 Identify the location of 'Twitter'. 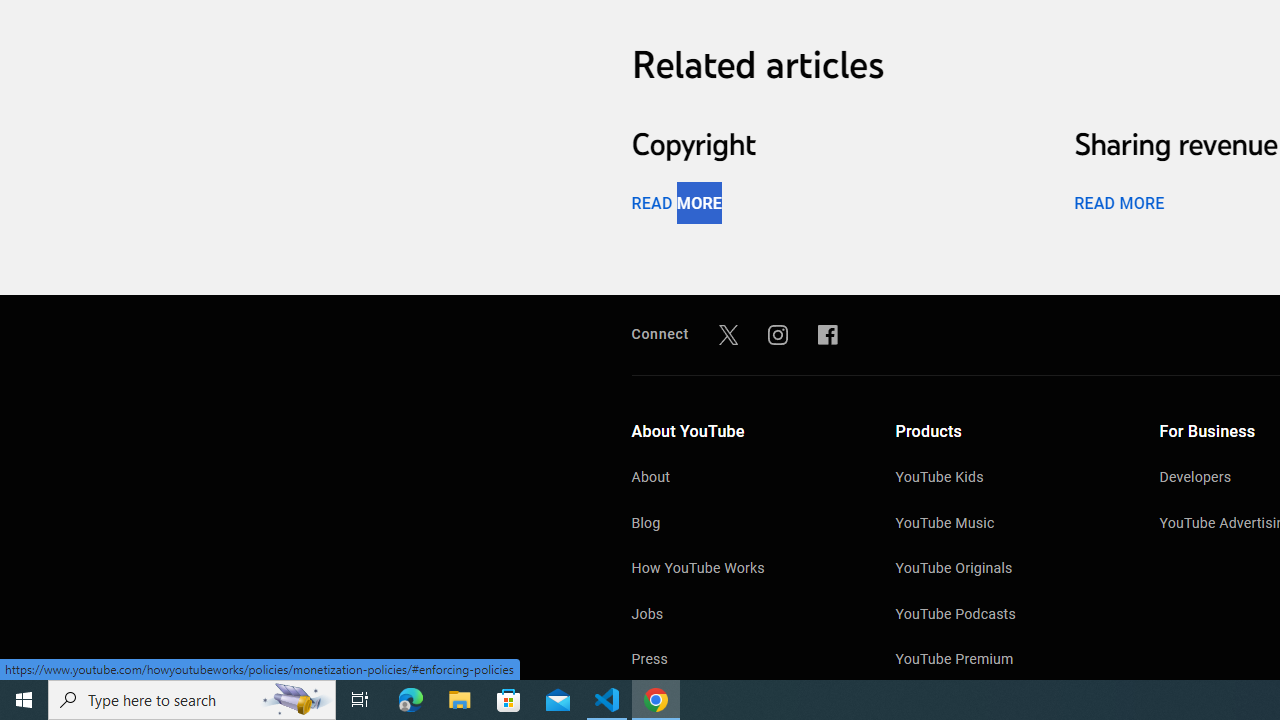
(727, 333).